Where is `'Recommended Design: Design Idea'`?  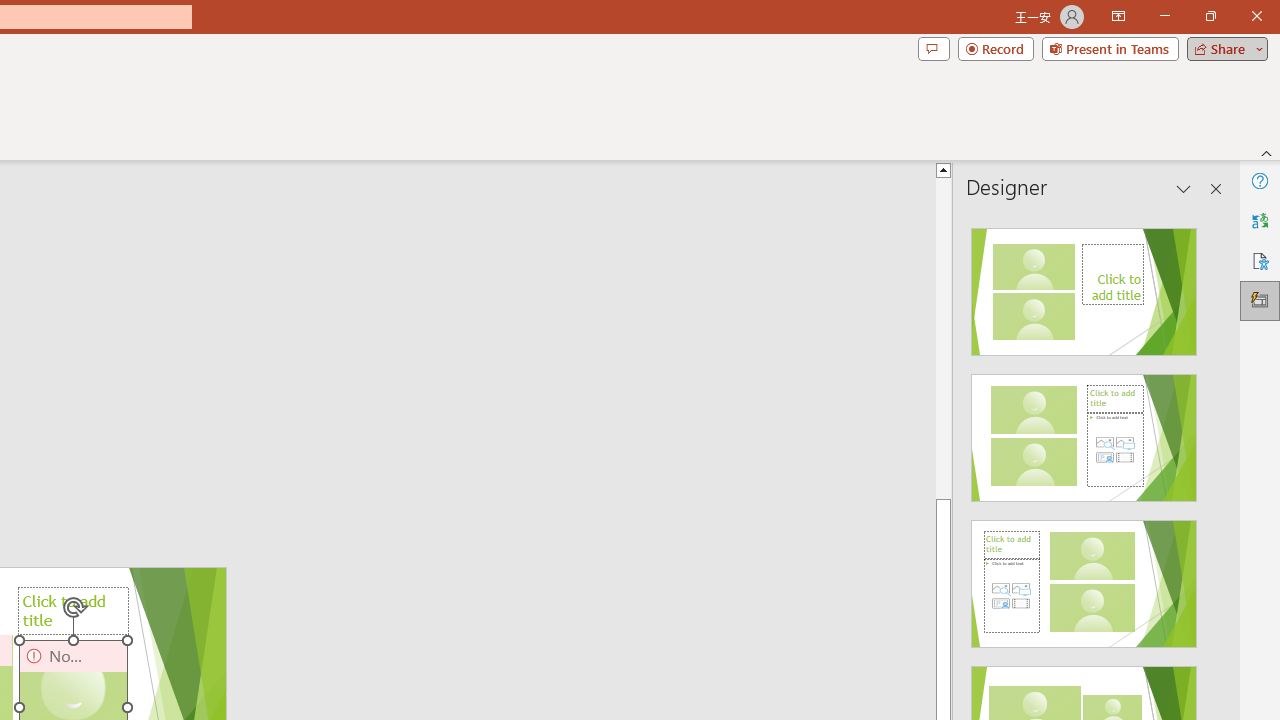 'Recommended Design: Design Idea' is located at coordinates (1083, 286).